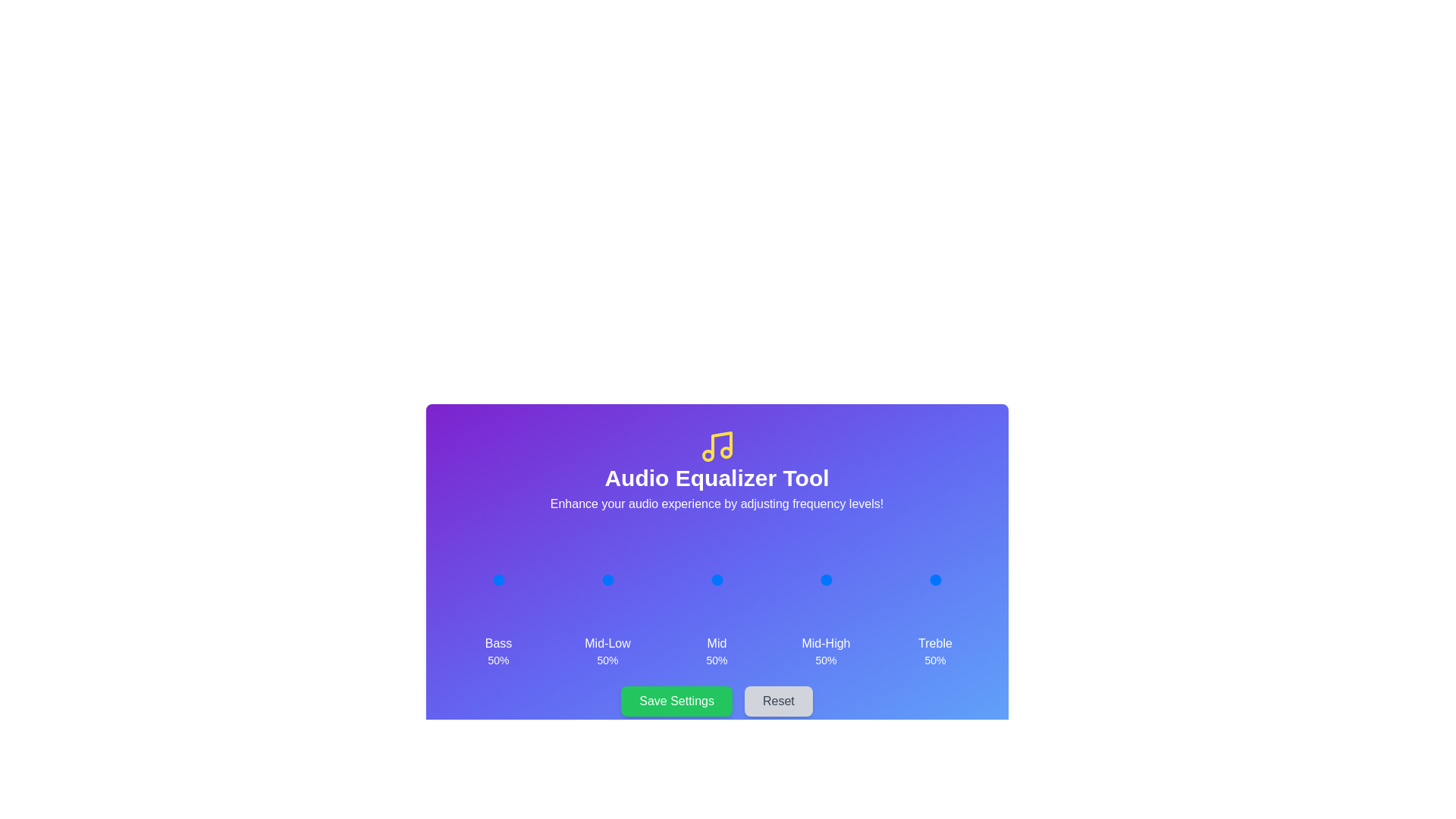 The image size is (1456, 819). Describe the element at coordinates (839, 579) in the screenshot. I see `the 3 slider to 79%` at that location.